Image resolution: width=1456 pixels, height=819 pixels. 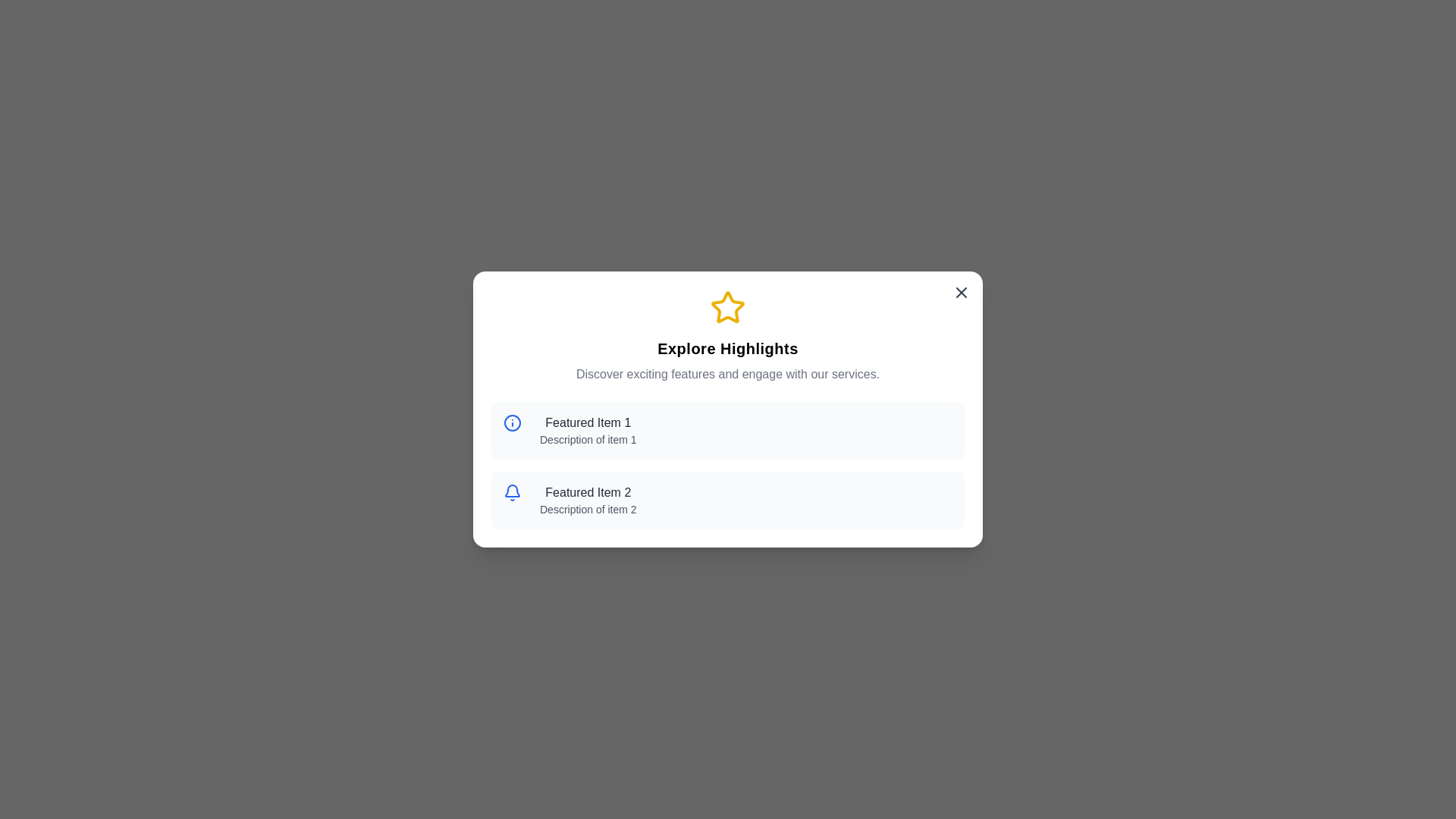 What do you see at coordinates (516, 426) in the screenshot?
I see `the icon associated with Featured Item 1` at bounding box center [516, 426].